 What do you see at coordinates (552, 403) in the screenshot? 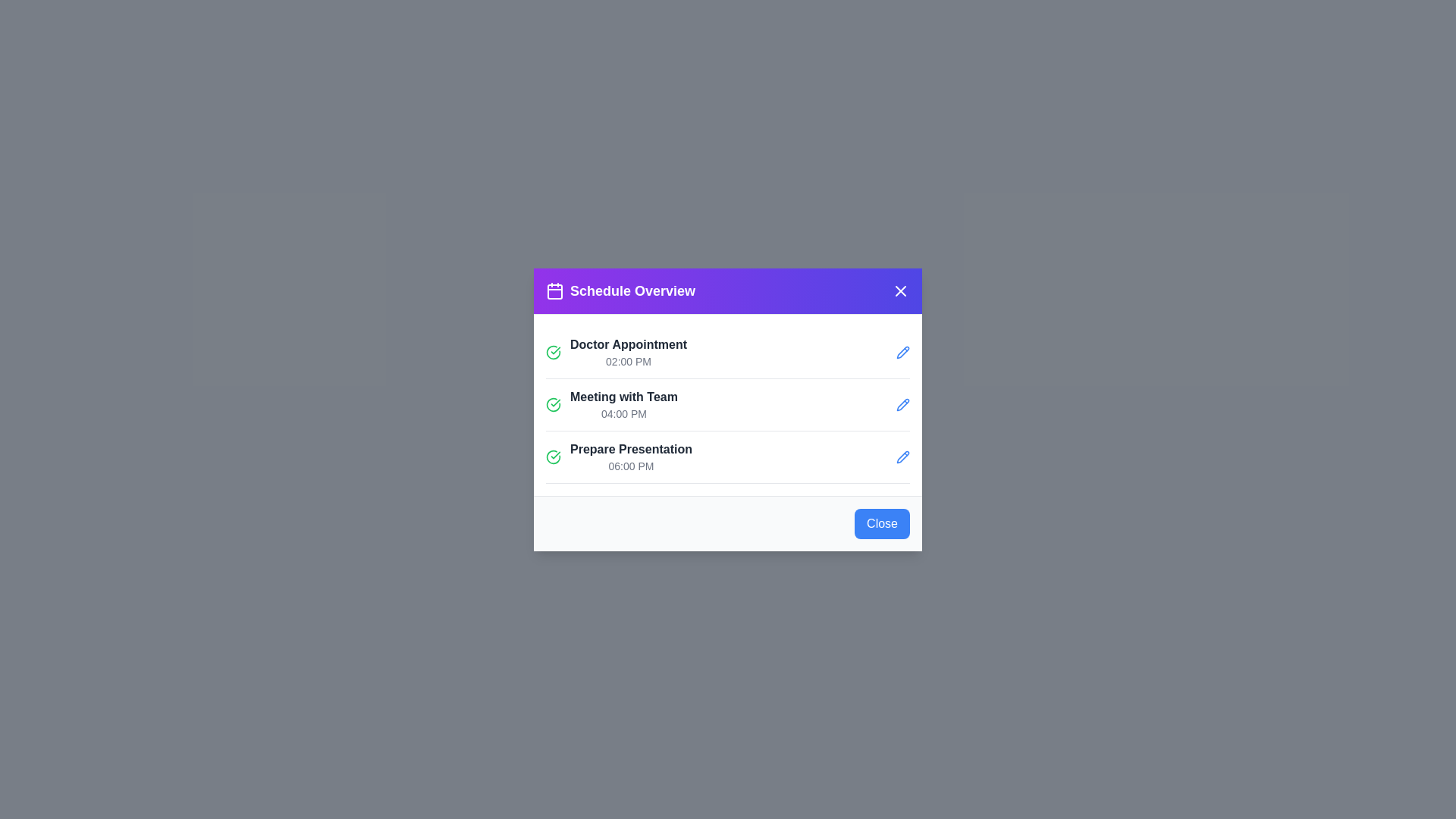
I see `the circular check icon located to the left of the 'Doctor Appointment' text in the first list item of the 'Schedule Overview' dialog box` at bounding box center [552, 403].